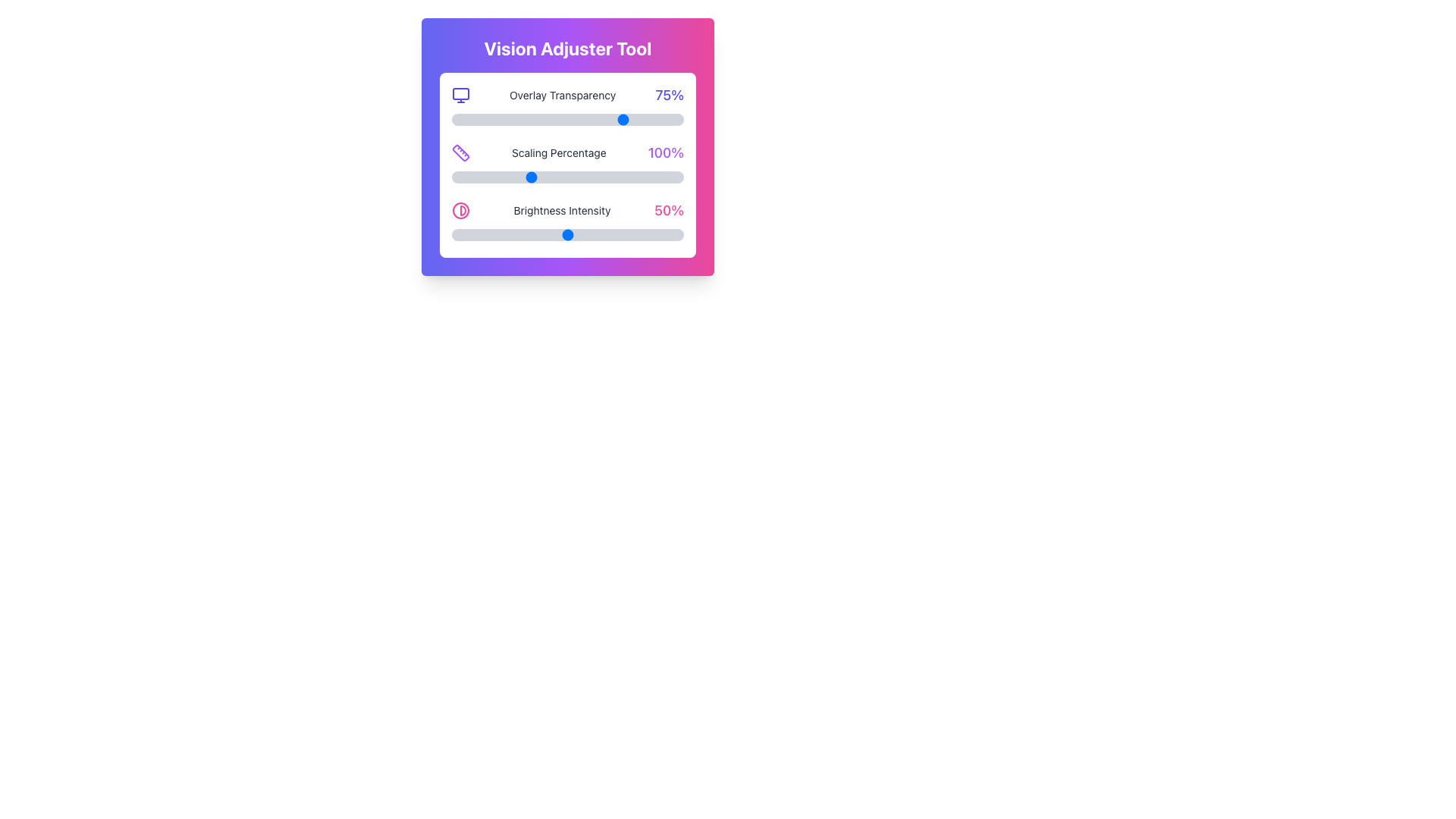 The height and width of the screenshot is (819, 1456). I want to click on the small rectangle inside the monitor display icon, which has rounded corners and is positioned at the top-center part of the icon, so click(460, 93).